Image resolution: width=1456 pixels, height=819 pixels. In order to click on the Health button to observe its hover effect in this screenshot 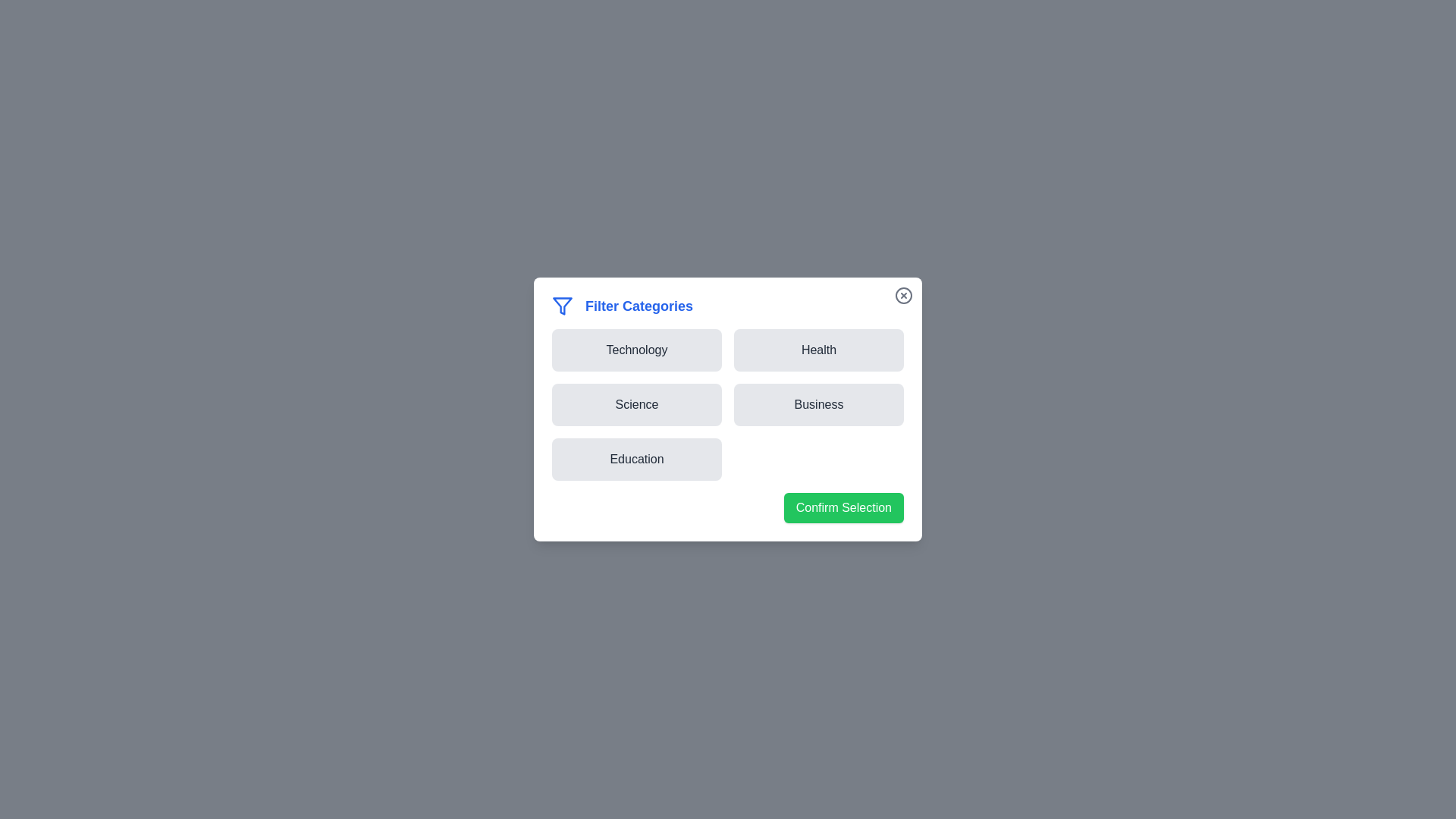, I will do `click(818, 350)`.